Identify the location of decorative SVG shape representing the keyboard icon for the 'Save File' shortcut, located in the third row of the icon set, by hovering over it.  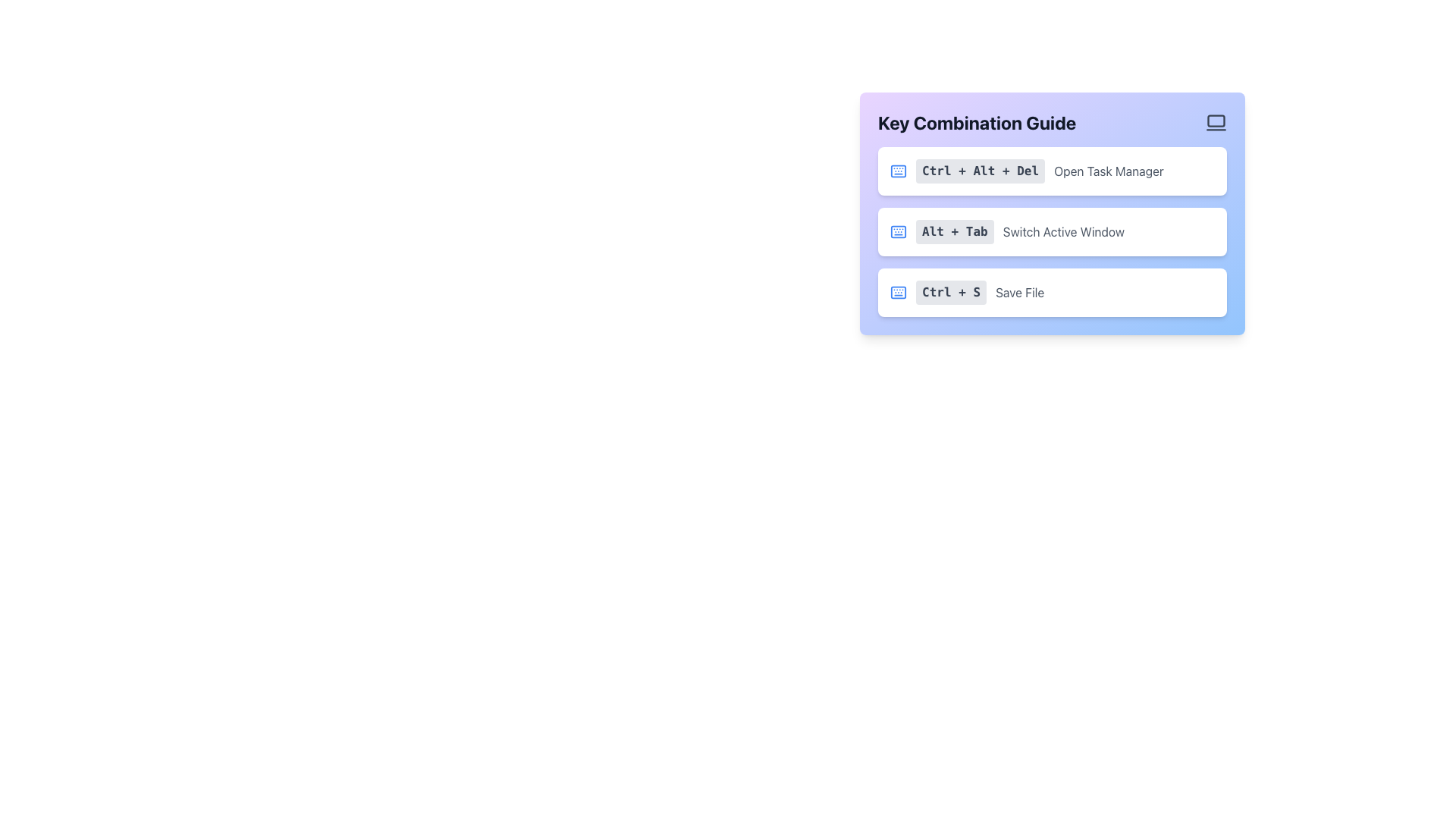
(899, 292).